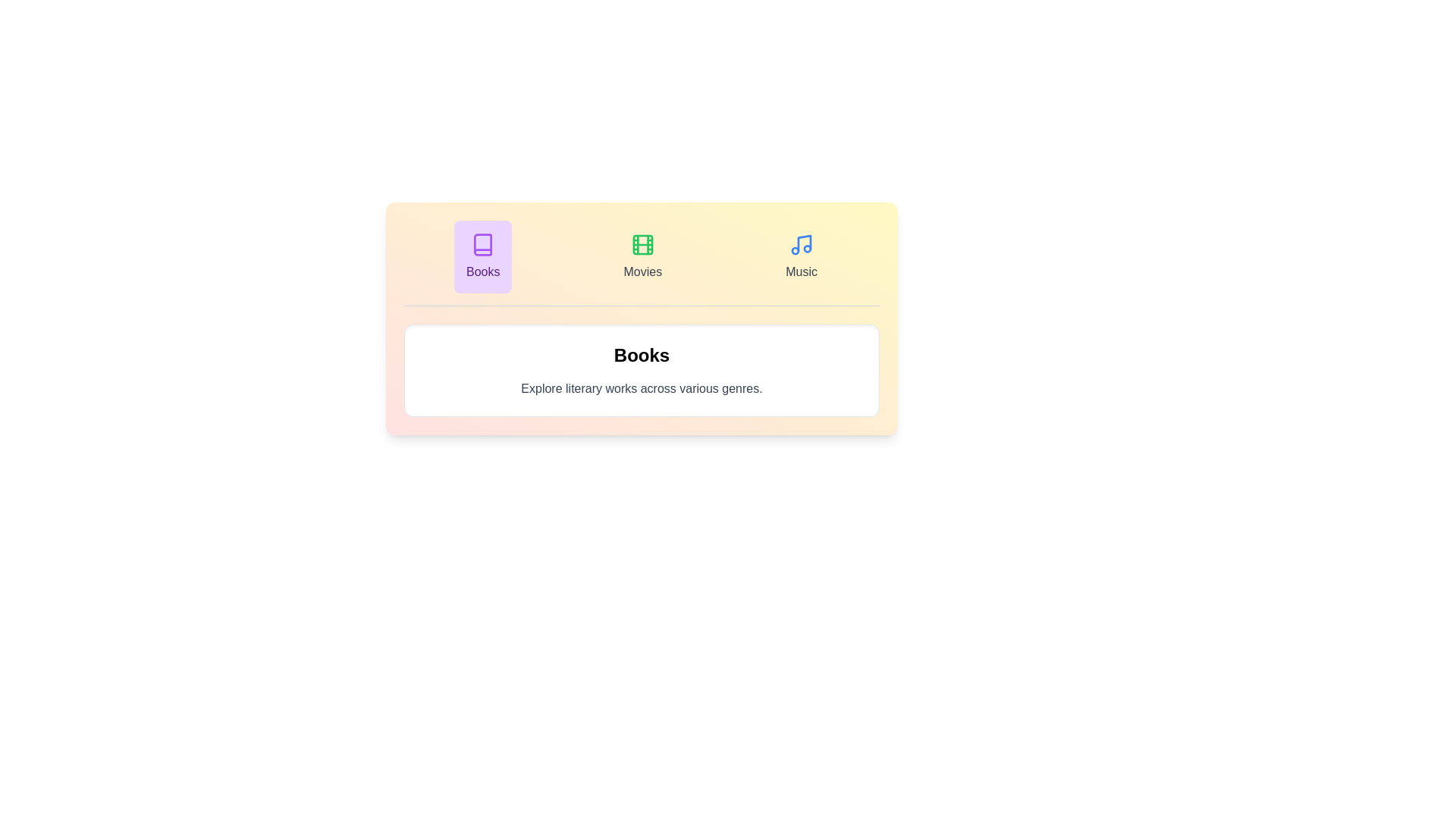 Image resolution: width=1456 pixels, height=819 pixels. Describe the element at coordinates (482, 256) in the screenshot. I see `the tab labeled Books and observe its icon and label` at that location.